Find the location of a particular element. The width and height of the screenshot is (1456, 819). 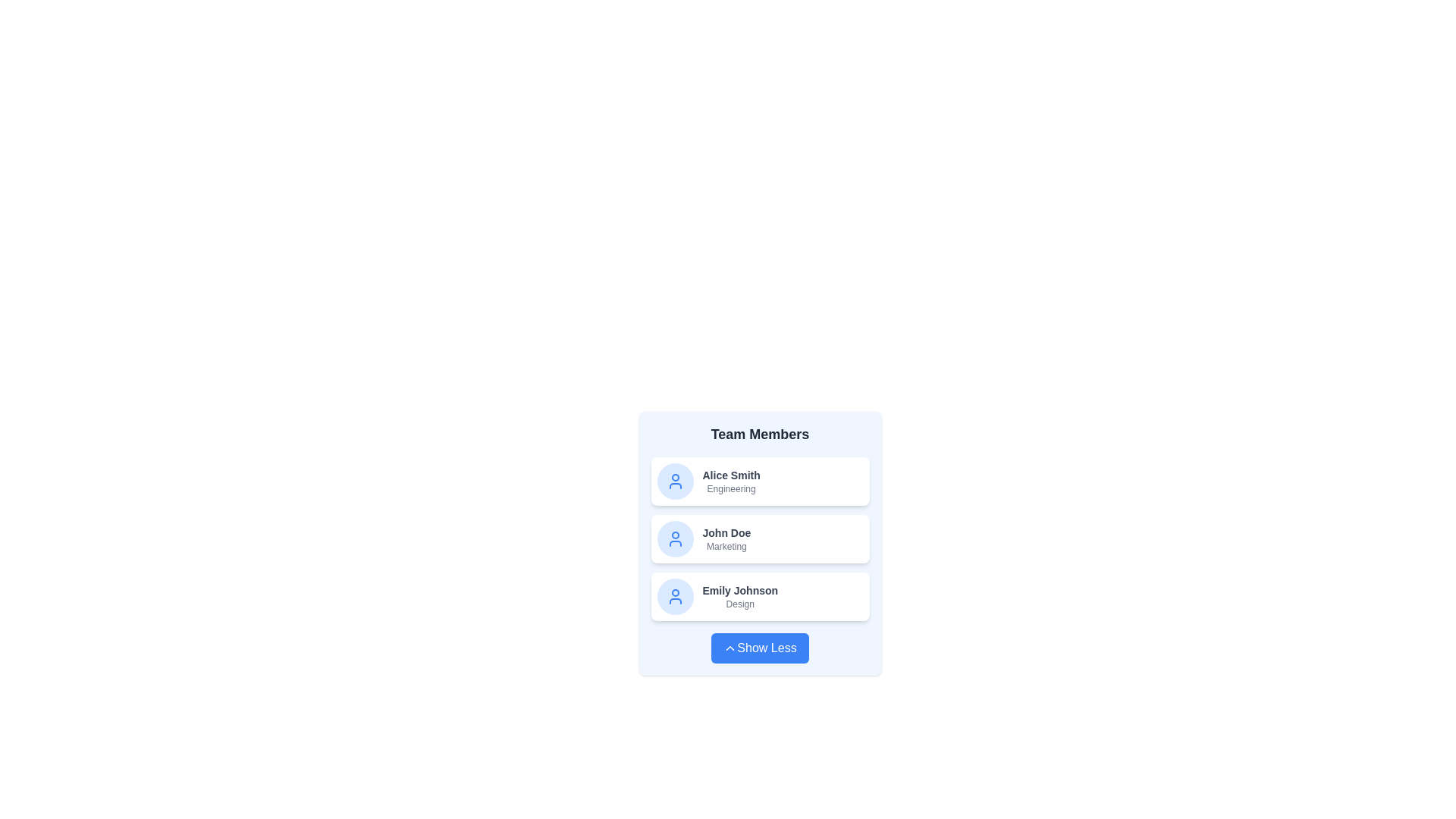

text information displayed for 'Emily Johnson' and 'Design', which is the third item in a vertically aligned list of team members is located at coordinates (740, 595).